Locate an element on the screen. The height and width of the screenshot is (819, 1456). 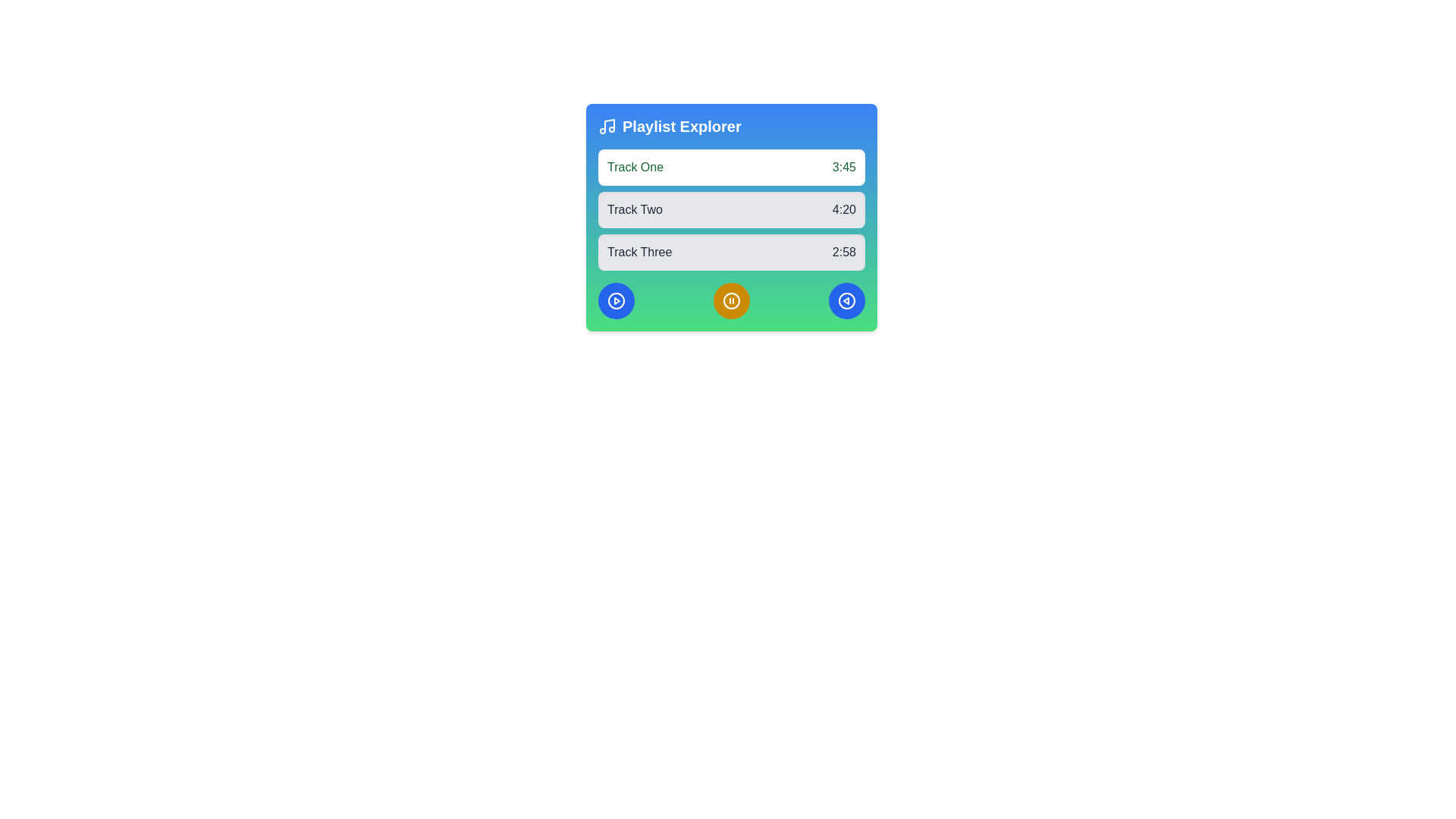
the primary circular outline of the central icon located in the bottom row of three icons, positioned at the center with another icon on either side is located at coordinates (731, 301).